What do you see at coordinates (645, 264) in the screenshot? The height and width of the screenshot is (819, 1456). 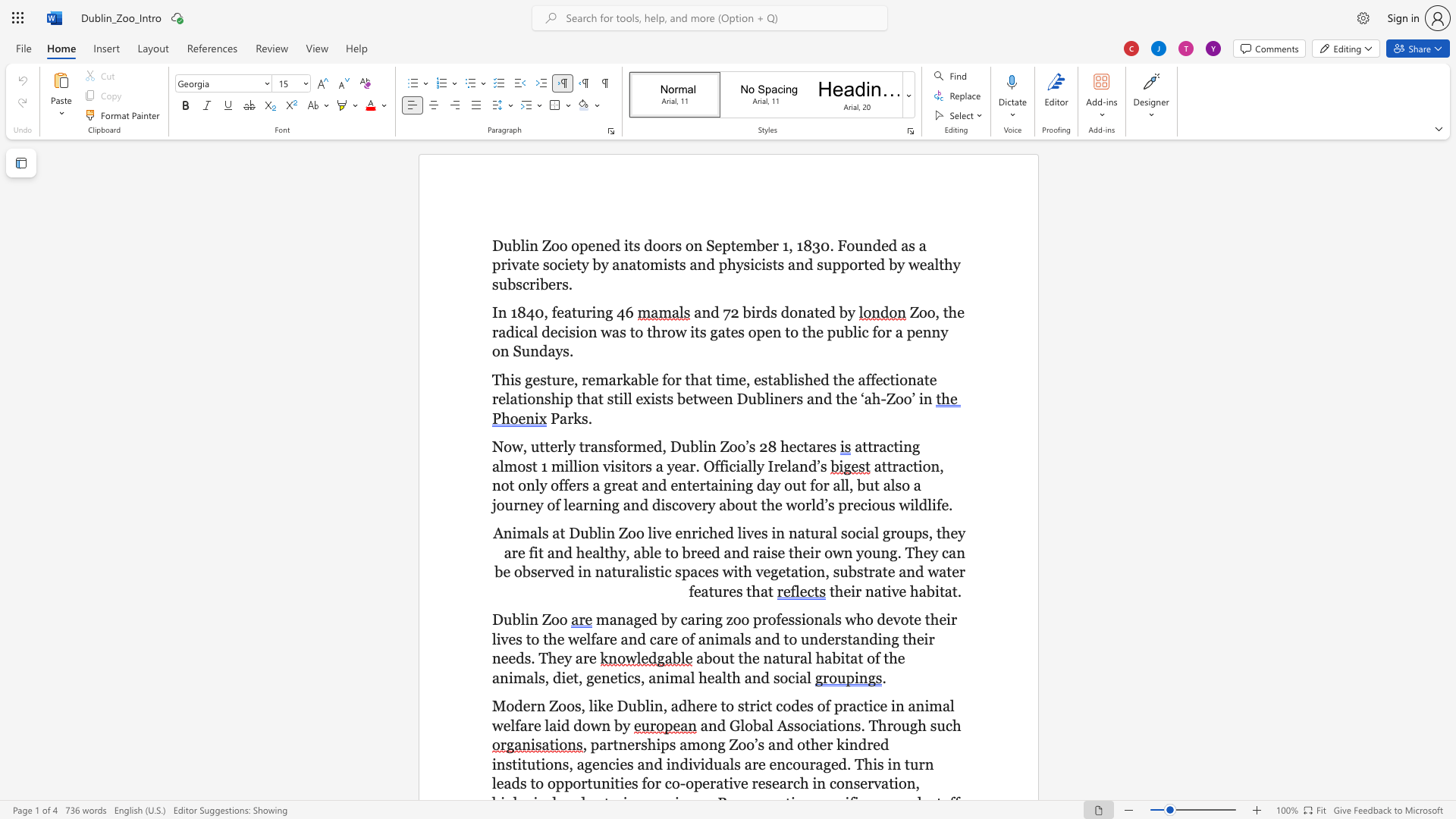 I see `the 9th character "o" in the text` at bounding box center [645, 264].